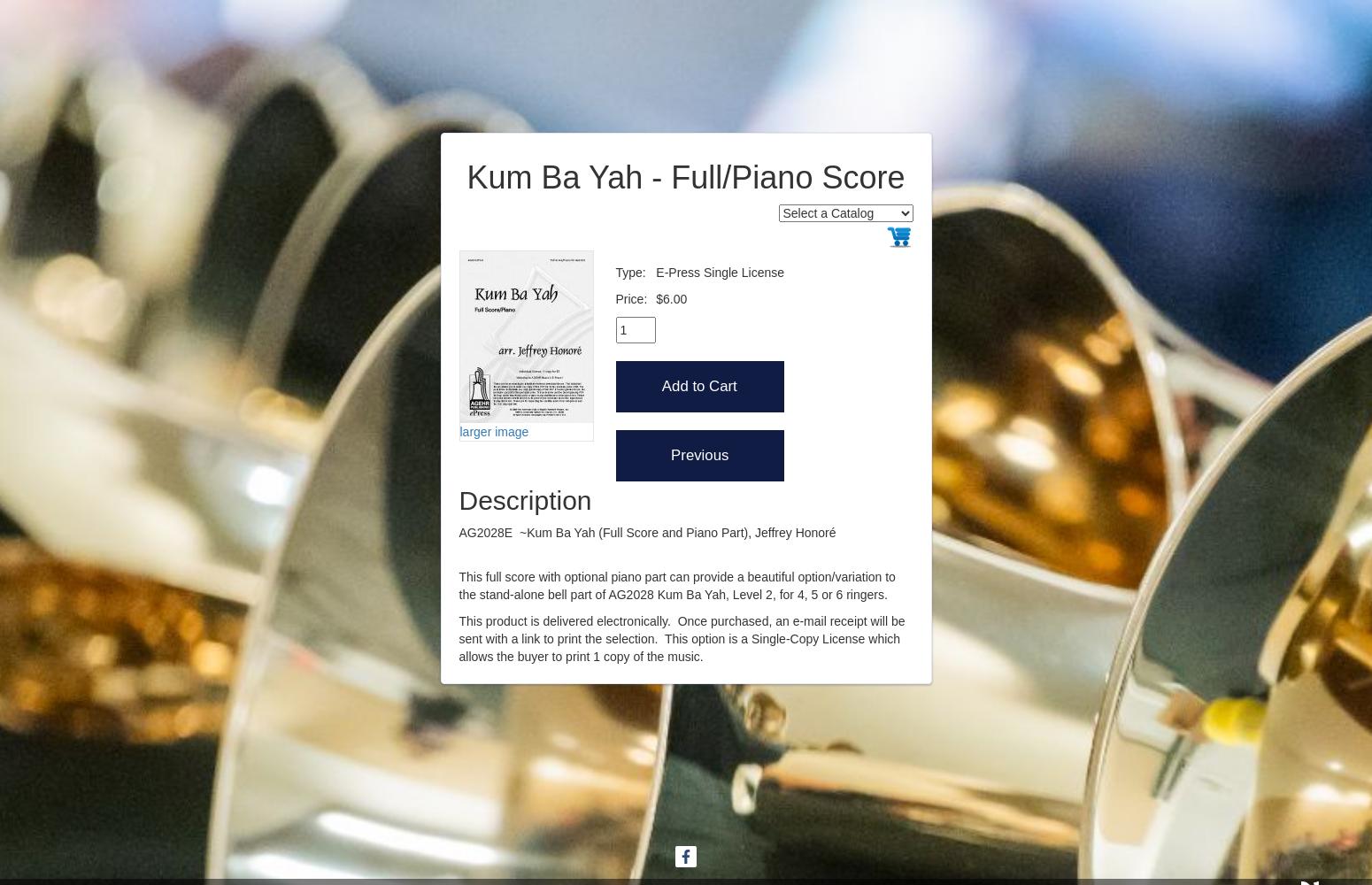  I want to click on 'E-Press Single License', so click(719, 272).